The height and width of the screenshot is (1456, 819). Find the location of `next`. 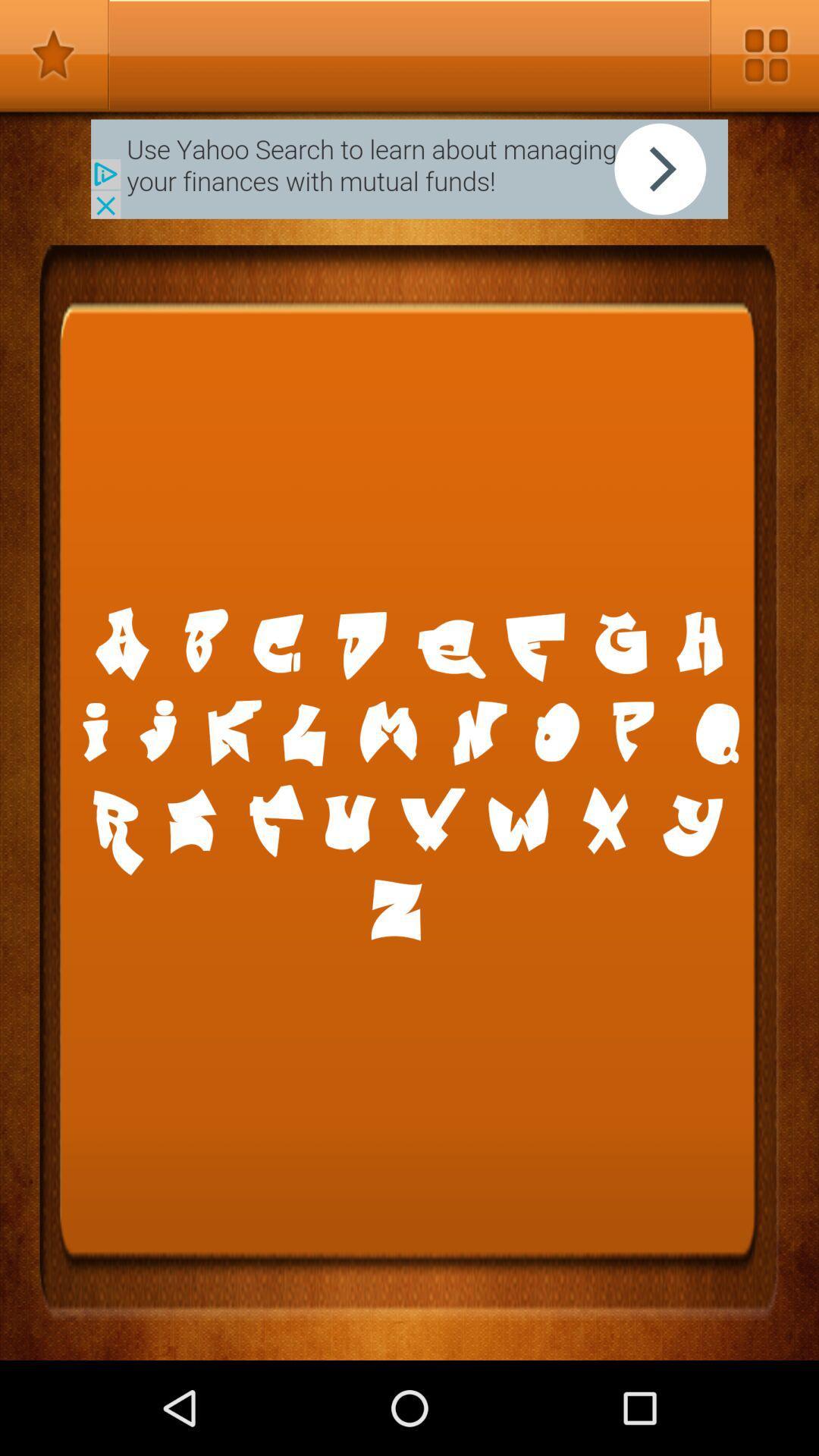

next is located at coordinates (409, 169).